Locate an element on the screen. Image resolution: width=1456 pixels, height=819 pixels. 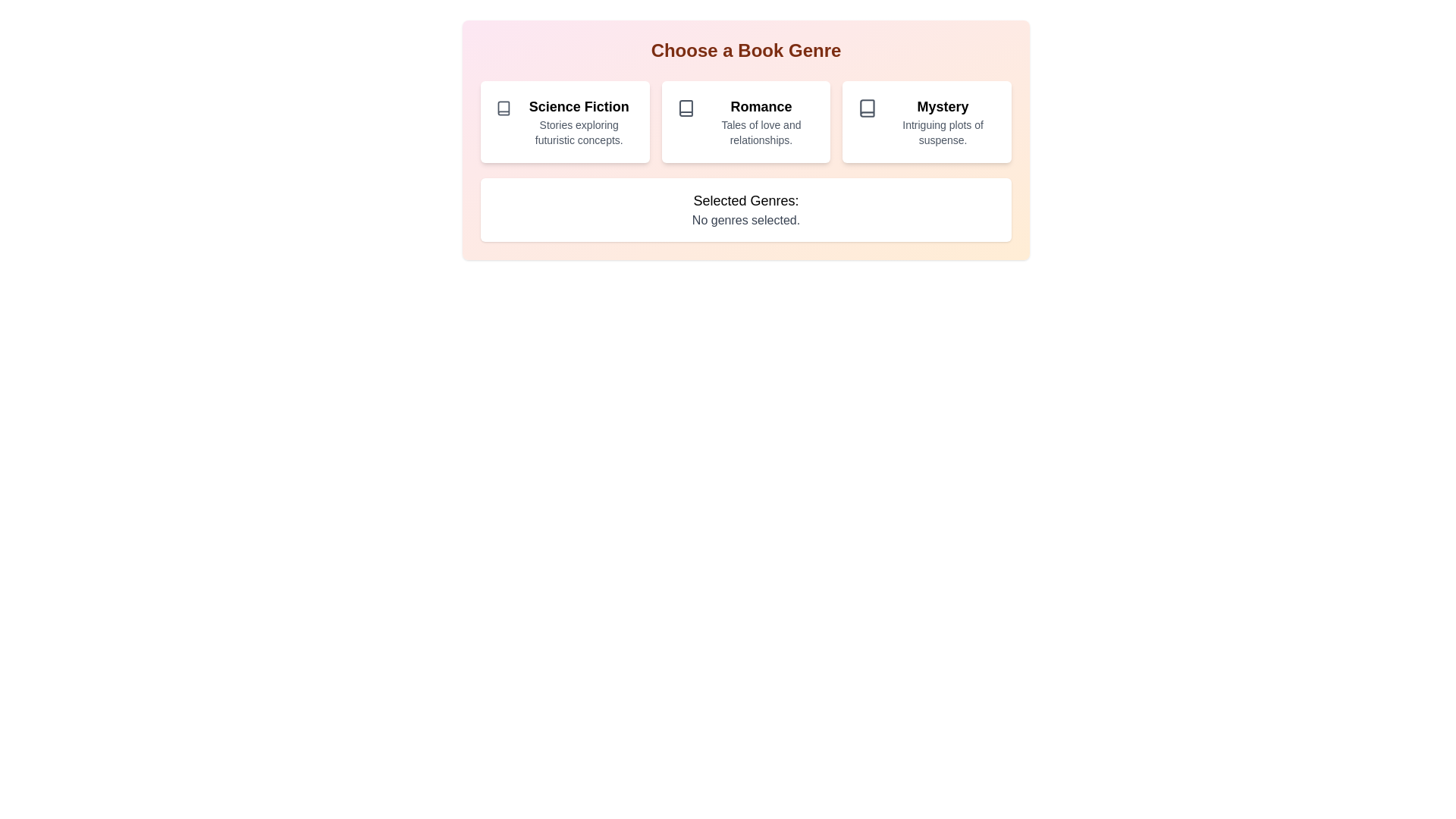
the book icon located at the top center of the Romance card under the heading 'Choose a Book Genre' is located at coordinates (685, 107).